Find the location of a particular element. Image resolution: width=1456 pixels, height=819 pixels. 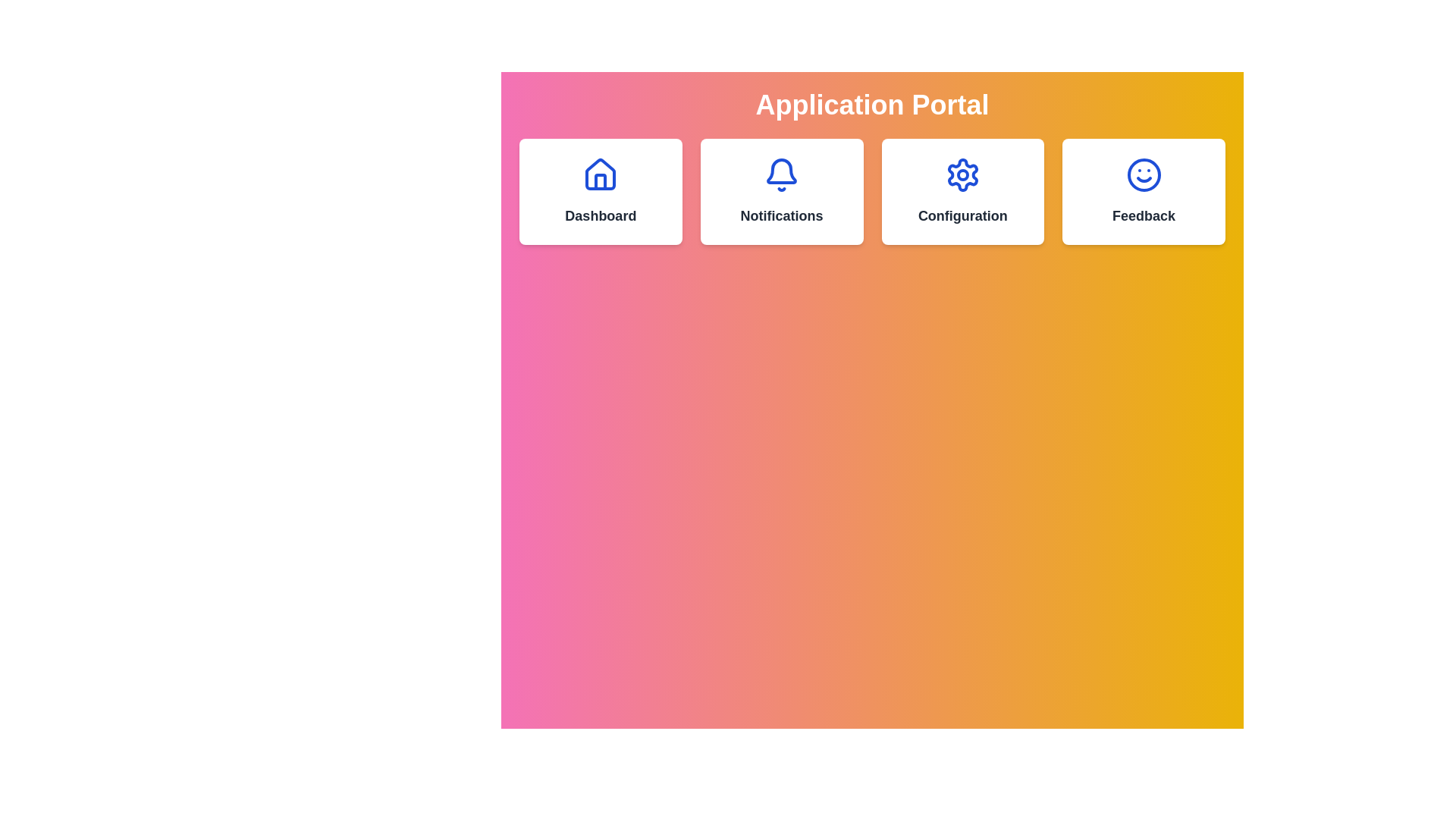

the gear-shaped icon within the 'Configuration' button, which is the third option from the left in a row of four buttons, located below the 'Application Portal' heading is located at coordinates (962, 174).